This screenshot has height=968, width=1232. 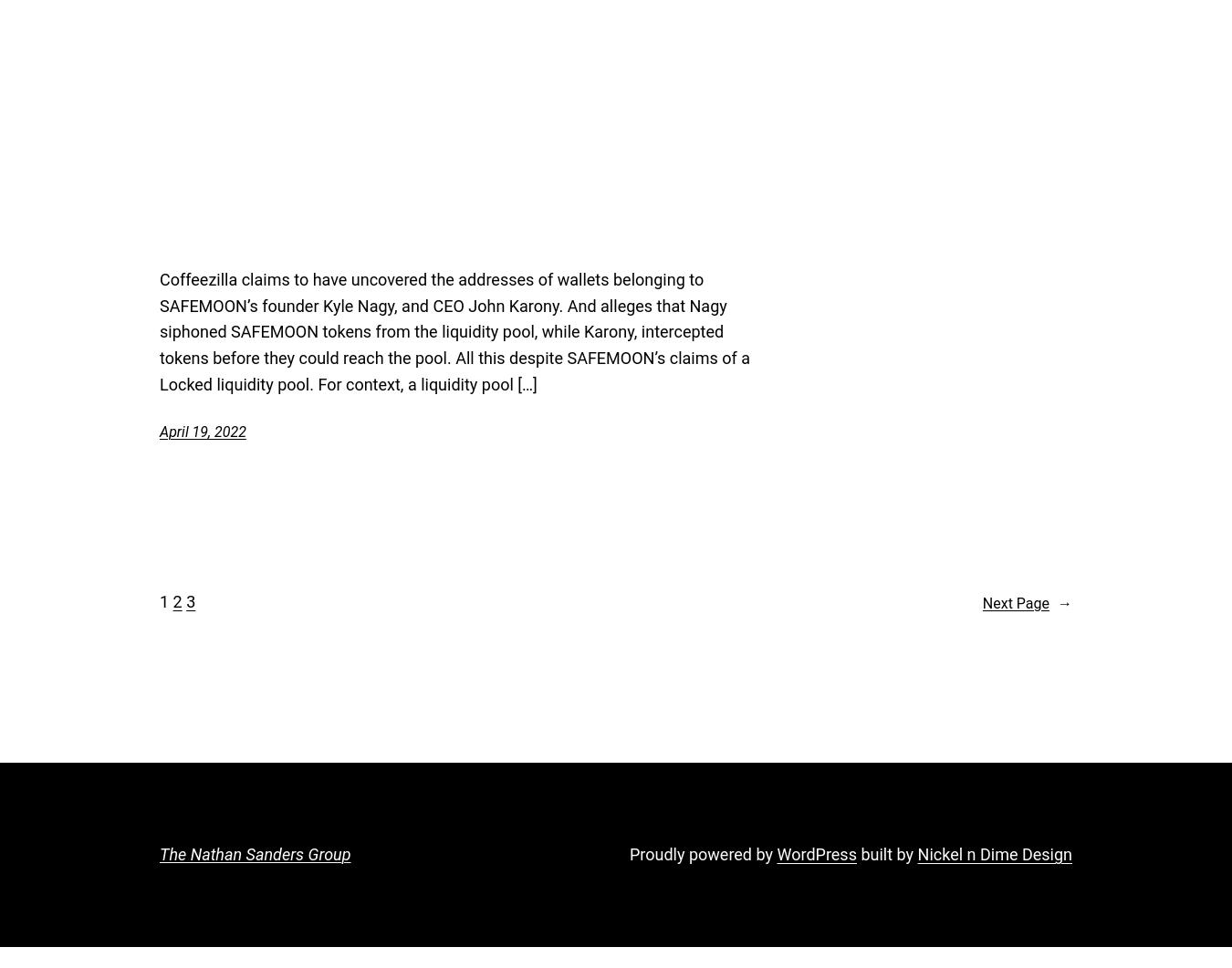 What do you see at coordinates (202, 431) in the screenshot?
I see `'April 19, 2022'` at bounding box center [202, 431].